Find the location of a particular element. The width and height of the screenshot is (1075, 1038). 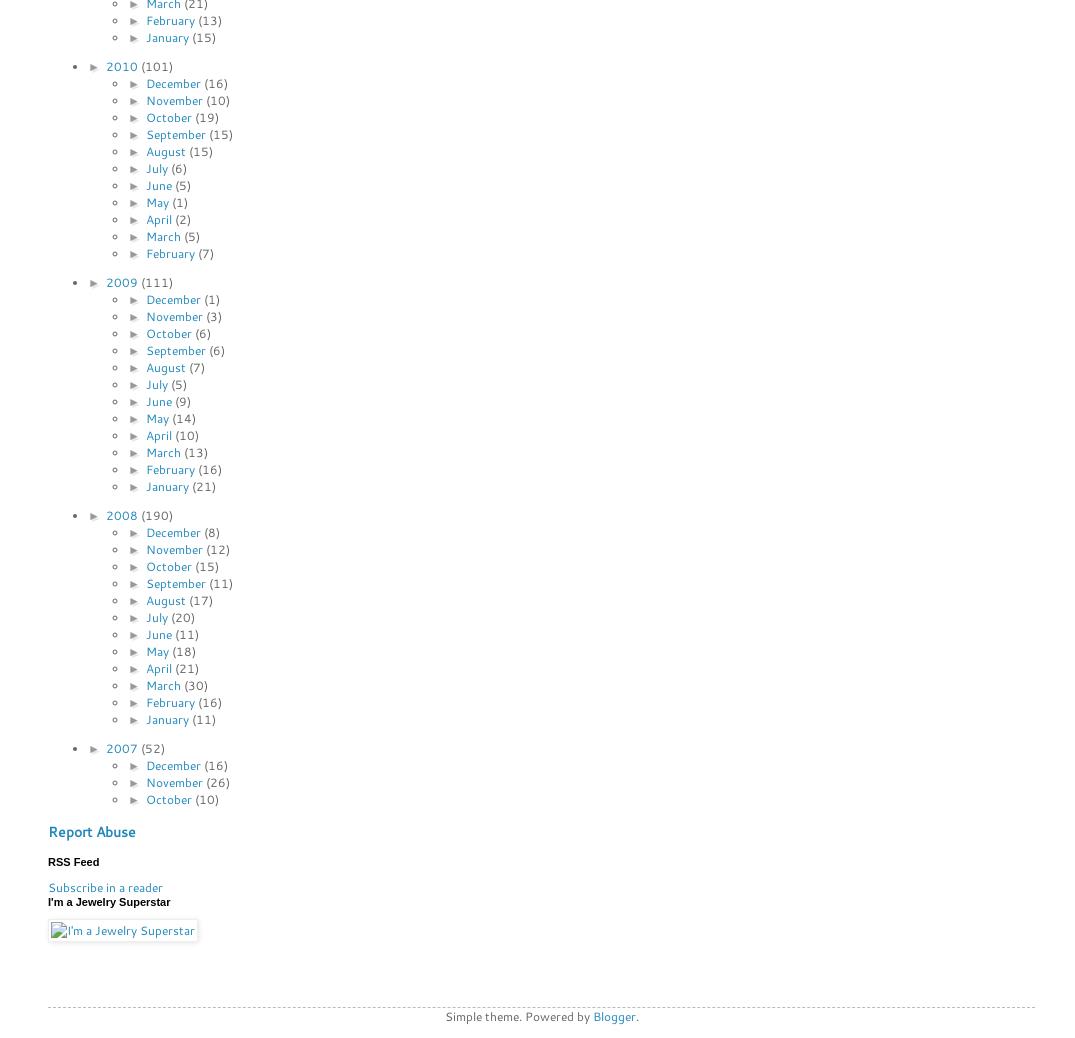

'(30)' is located at coordinates (195, 683).